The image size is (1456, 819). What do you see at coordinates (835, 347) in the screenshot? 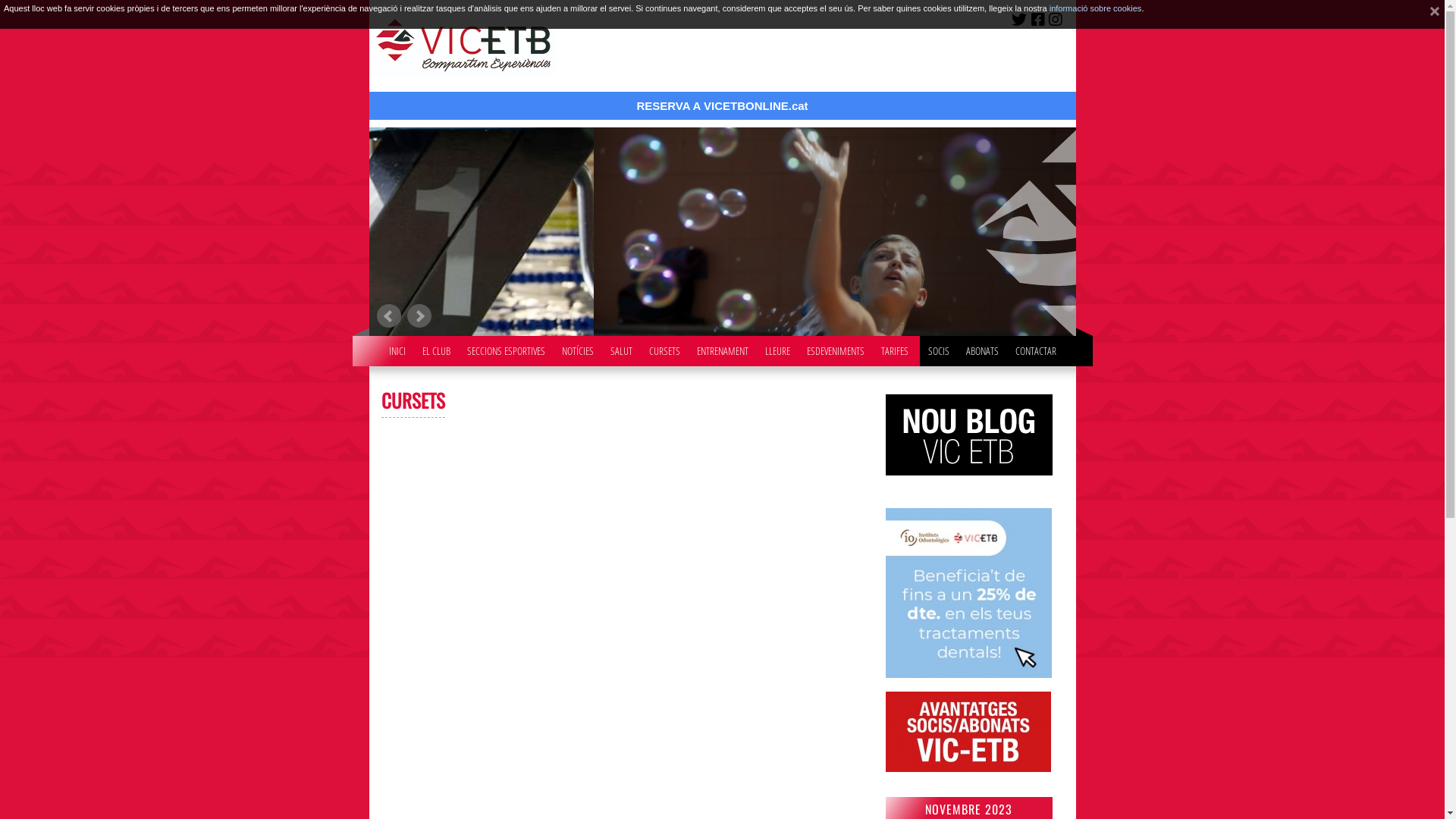
I see `'ESDEVENIMENTS'` at bounding box center [835, 347].